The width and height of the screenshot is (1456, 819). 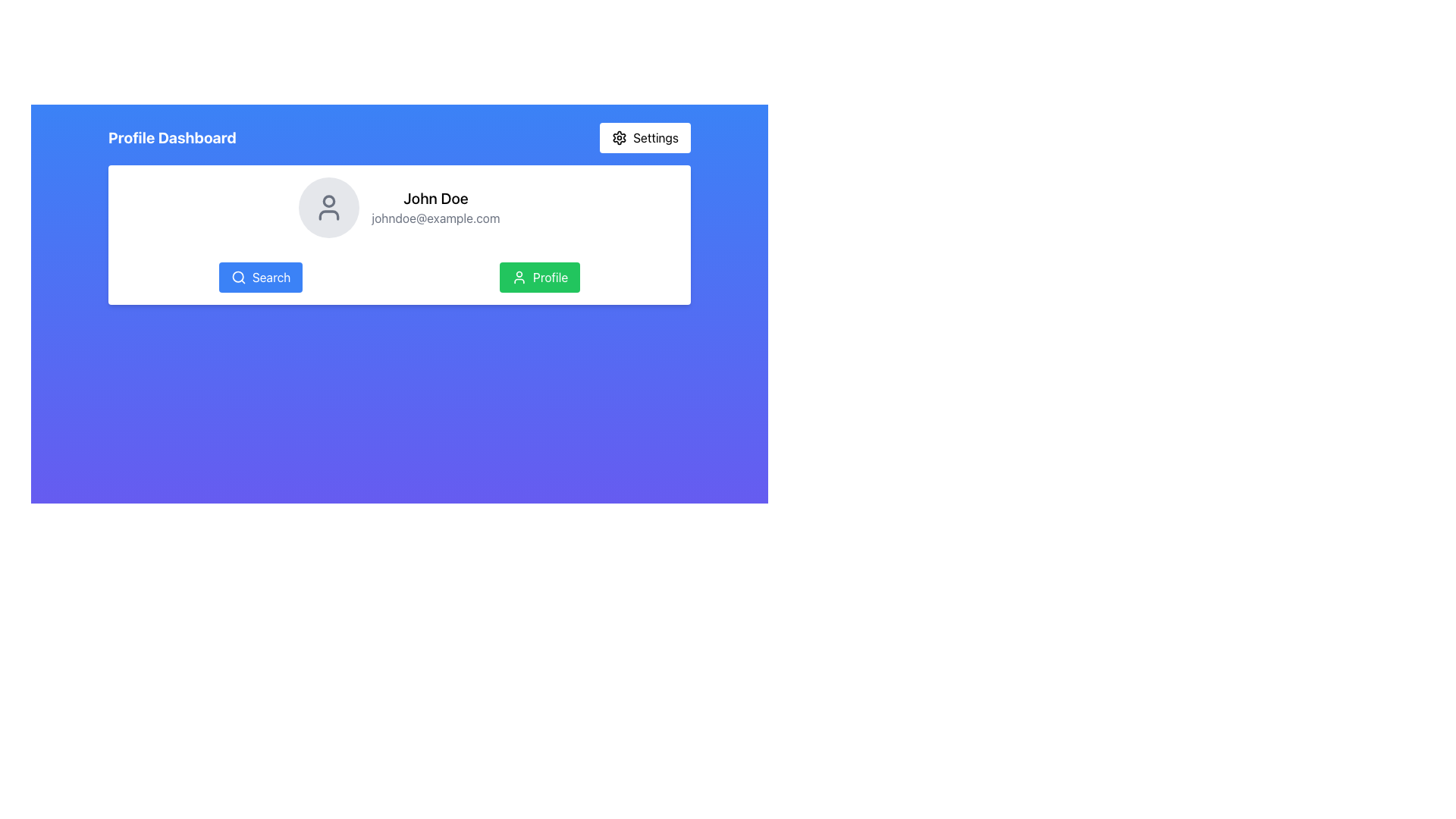 I want to click on the informational label displaying the email address associated with the profile, located below the 'John Doe' text within the profile card, so click(x=435, y=218).